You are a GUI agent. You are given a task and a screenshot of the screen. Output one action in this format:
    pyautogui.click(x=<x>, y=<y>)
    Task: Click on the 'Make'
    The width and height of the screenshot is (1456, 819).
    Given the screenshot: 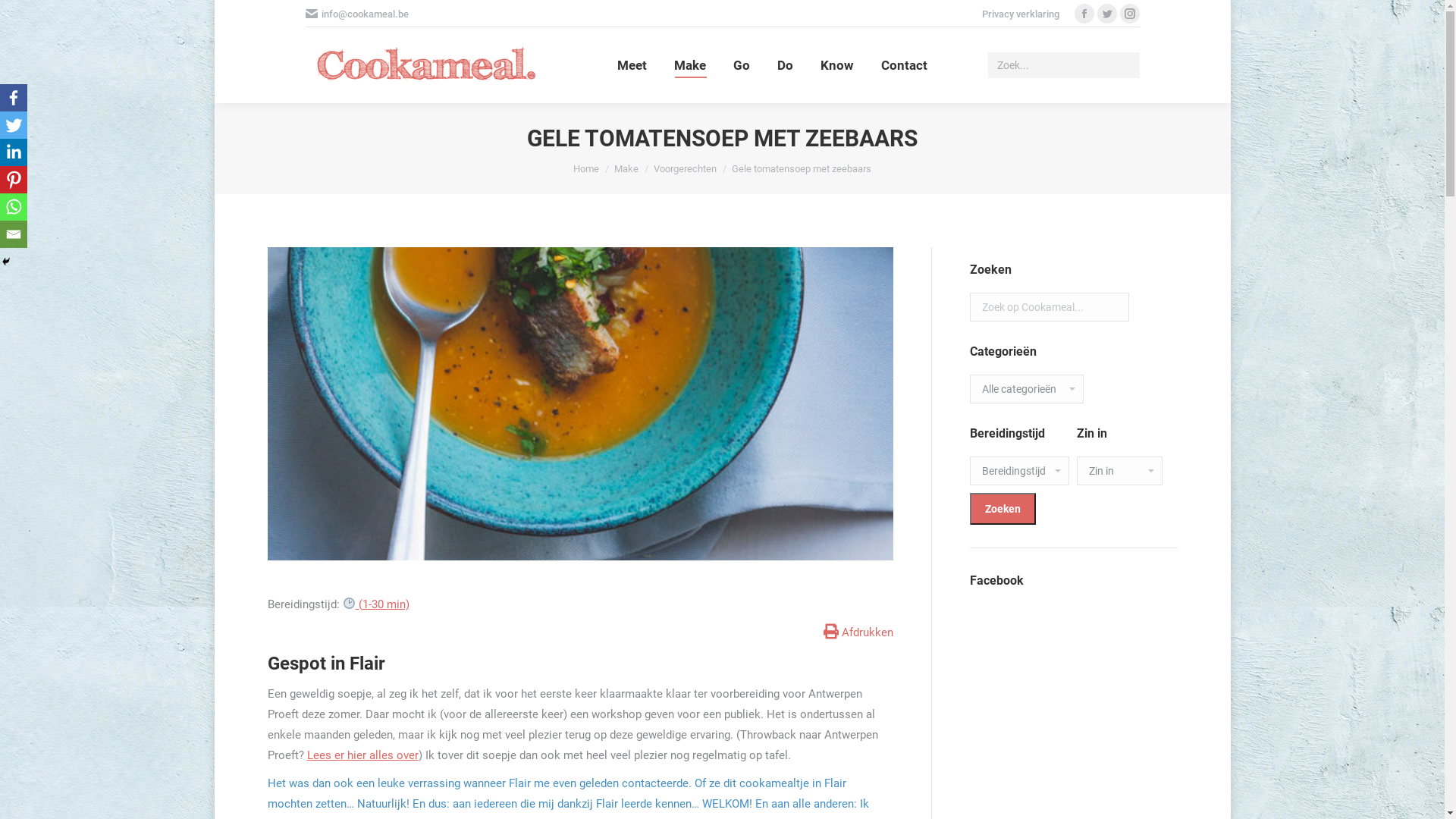 What is the action you would take?
    pyautogui.click(x=614, y=168)
    